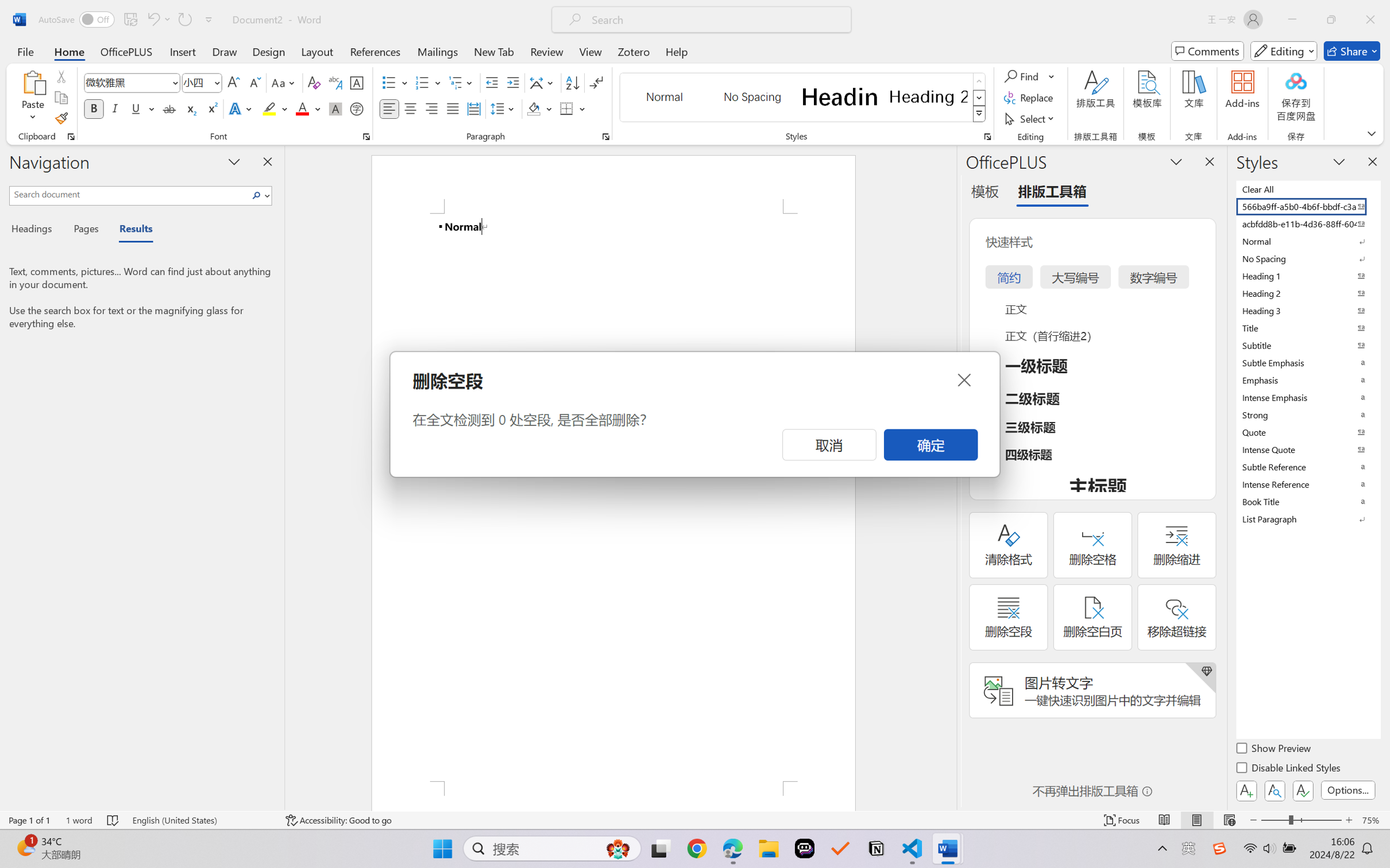  Describe the element at coordinates (196, 83) in the screenshot. I see `'Font Size'` at that location.